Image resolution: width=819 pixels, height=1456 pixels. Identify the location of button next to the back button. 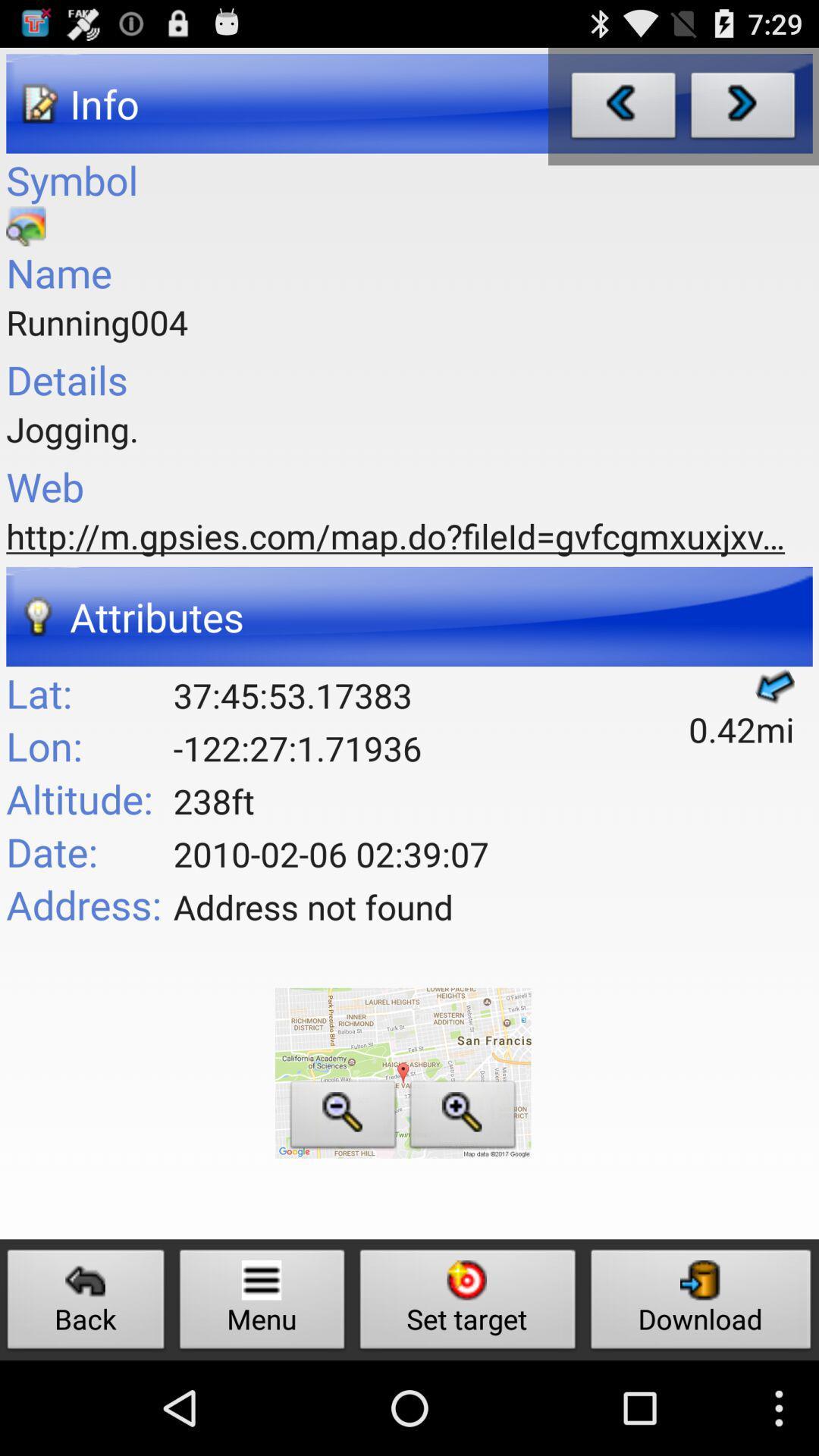
(262, 1303).